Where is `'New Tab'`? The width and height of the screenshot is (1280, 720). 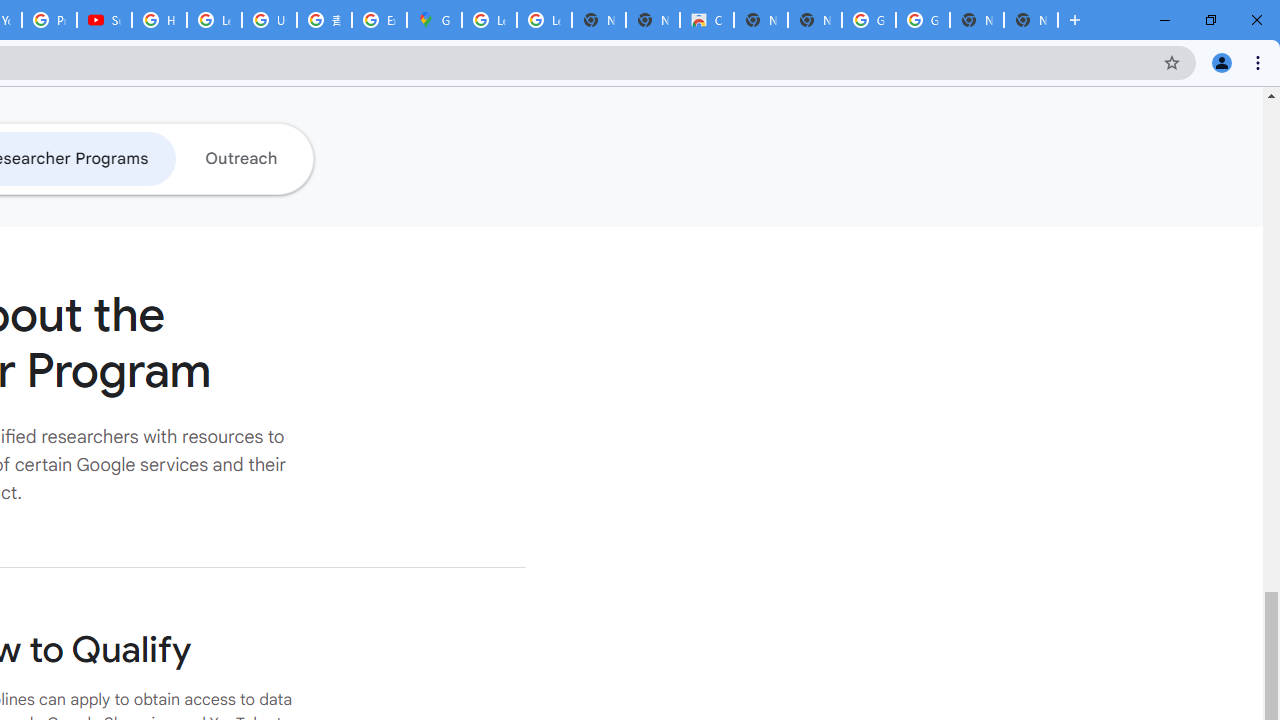 'New Tab' is located at coordinates (1031, 20).